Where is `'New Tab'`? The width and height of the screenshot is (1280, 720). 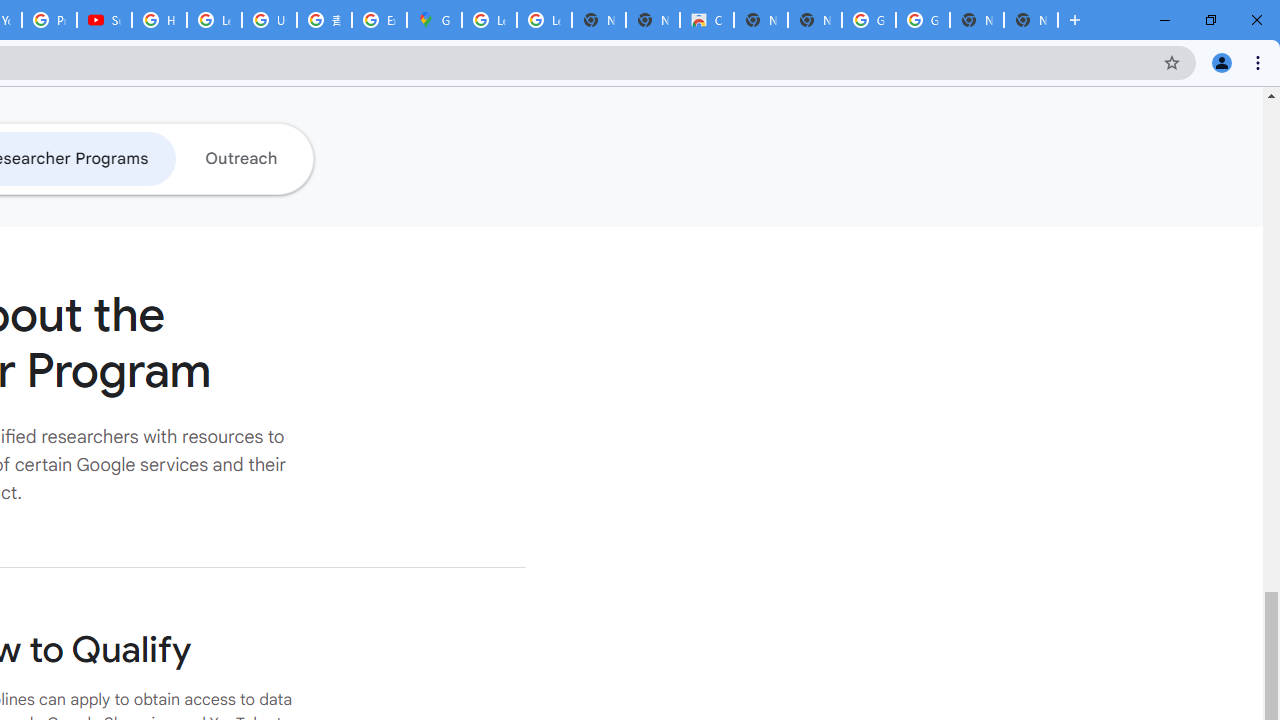 'New Tab' is located at coordinates (1031, 20).